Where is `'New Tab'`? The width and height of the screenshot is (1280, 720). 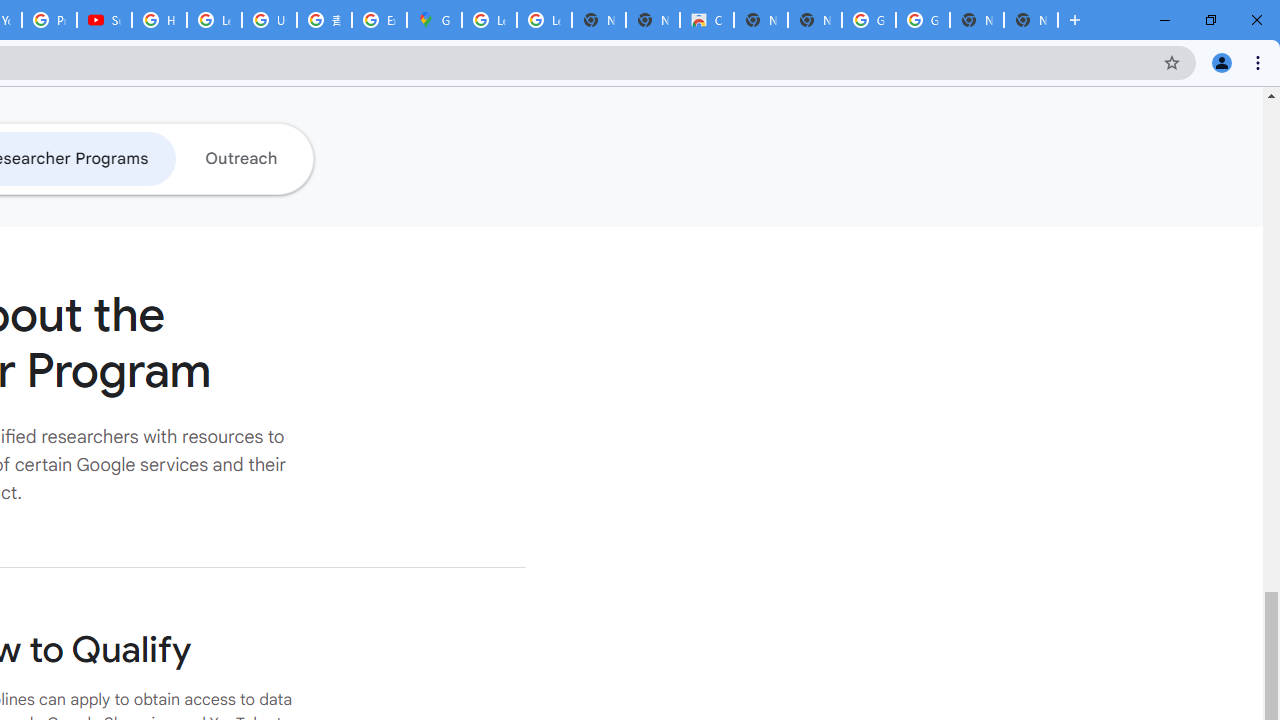 'New Tab' is located at coordinates (1031, 20).